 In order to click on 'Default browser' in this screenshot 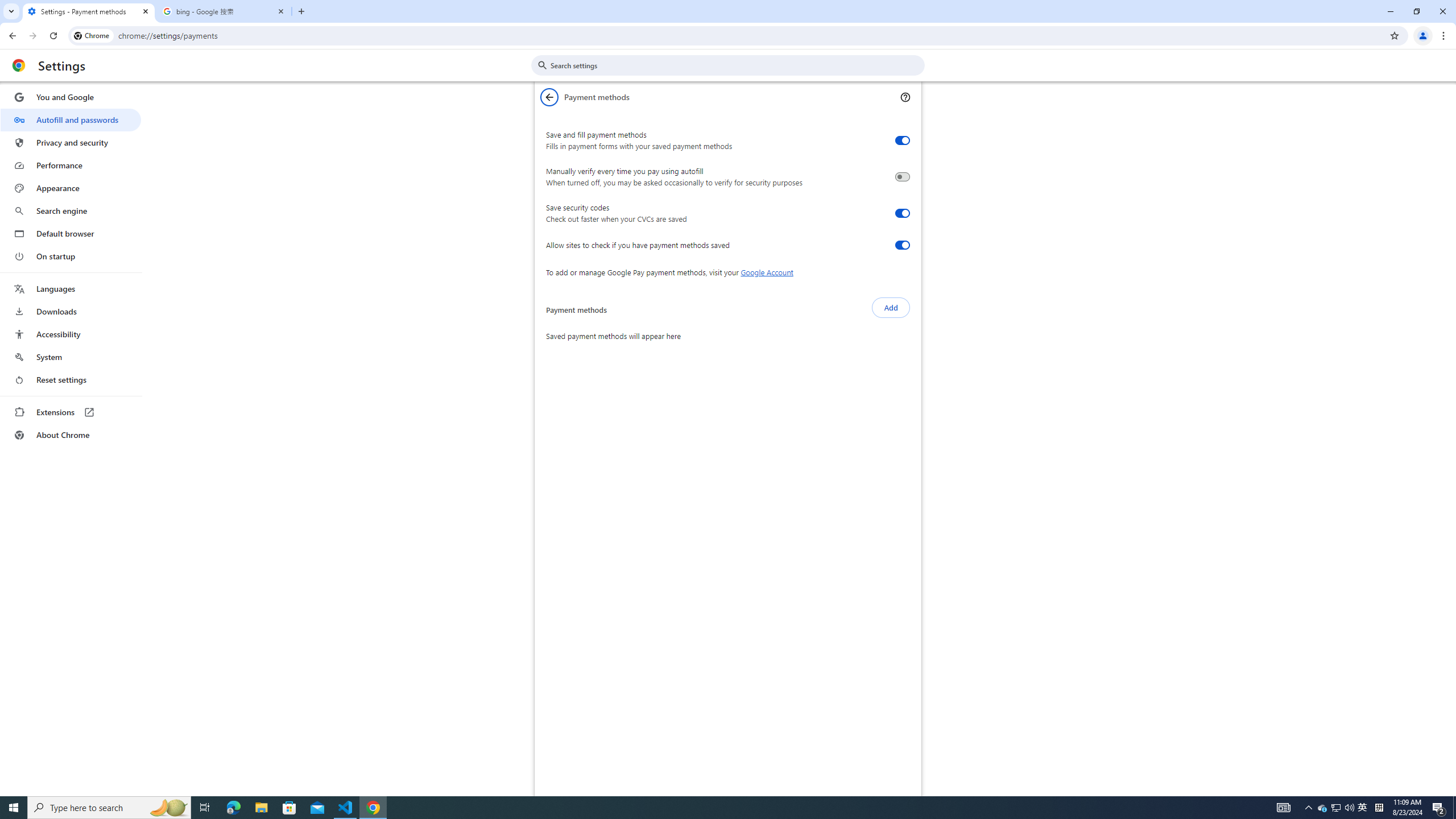, I will do `click(70, 233)`.